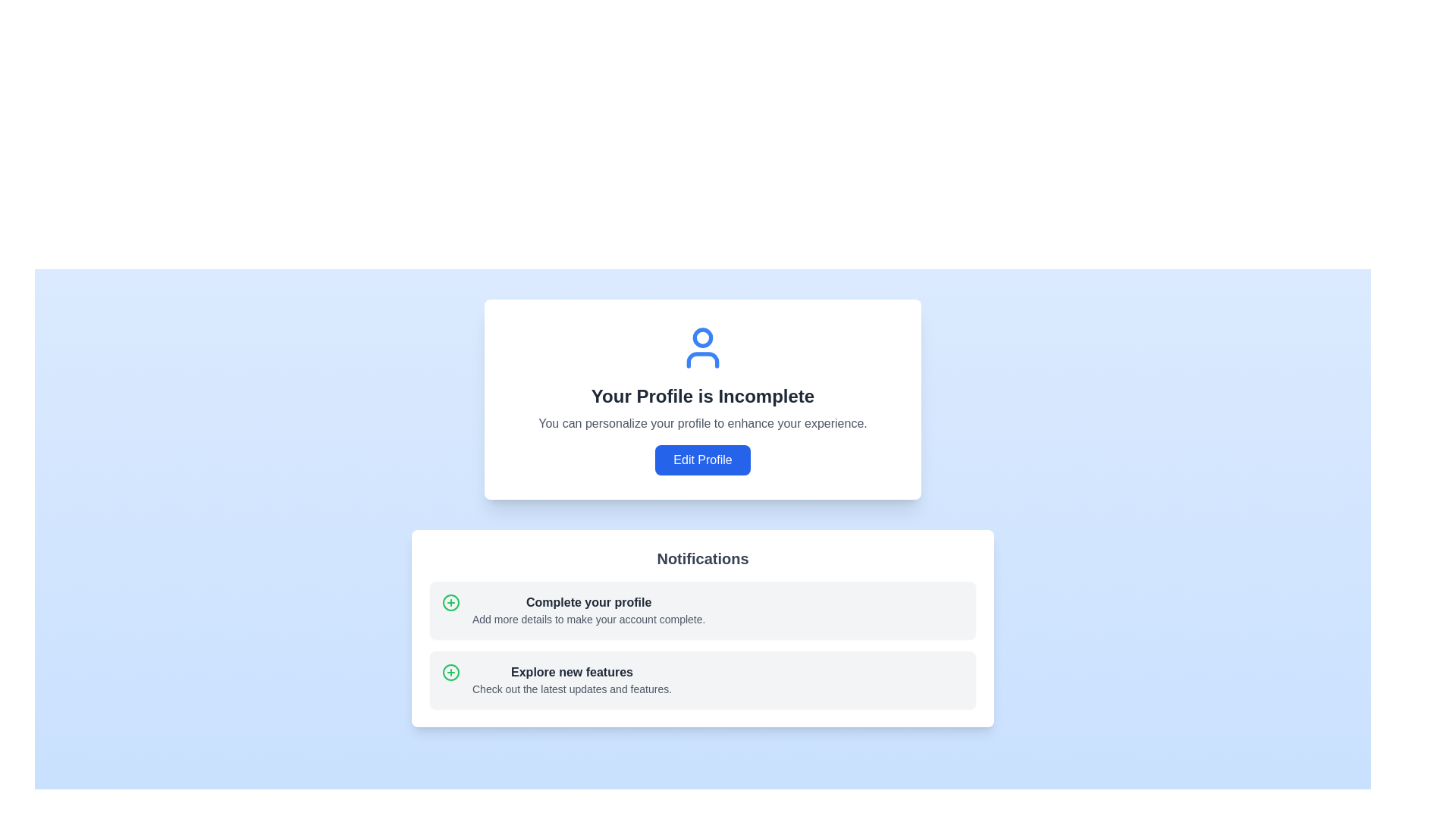 Image resolution: width=1456 pixels, height=819 pixels. I want to click on the text element that notifies the user about an incomplete profile status, located below a user icon and above the 'Edit Profile' button, so click(701, 396).